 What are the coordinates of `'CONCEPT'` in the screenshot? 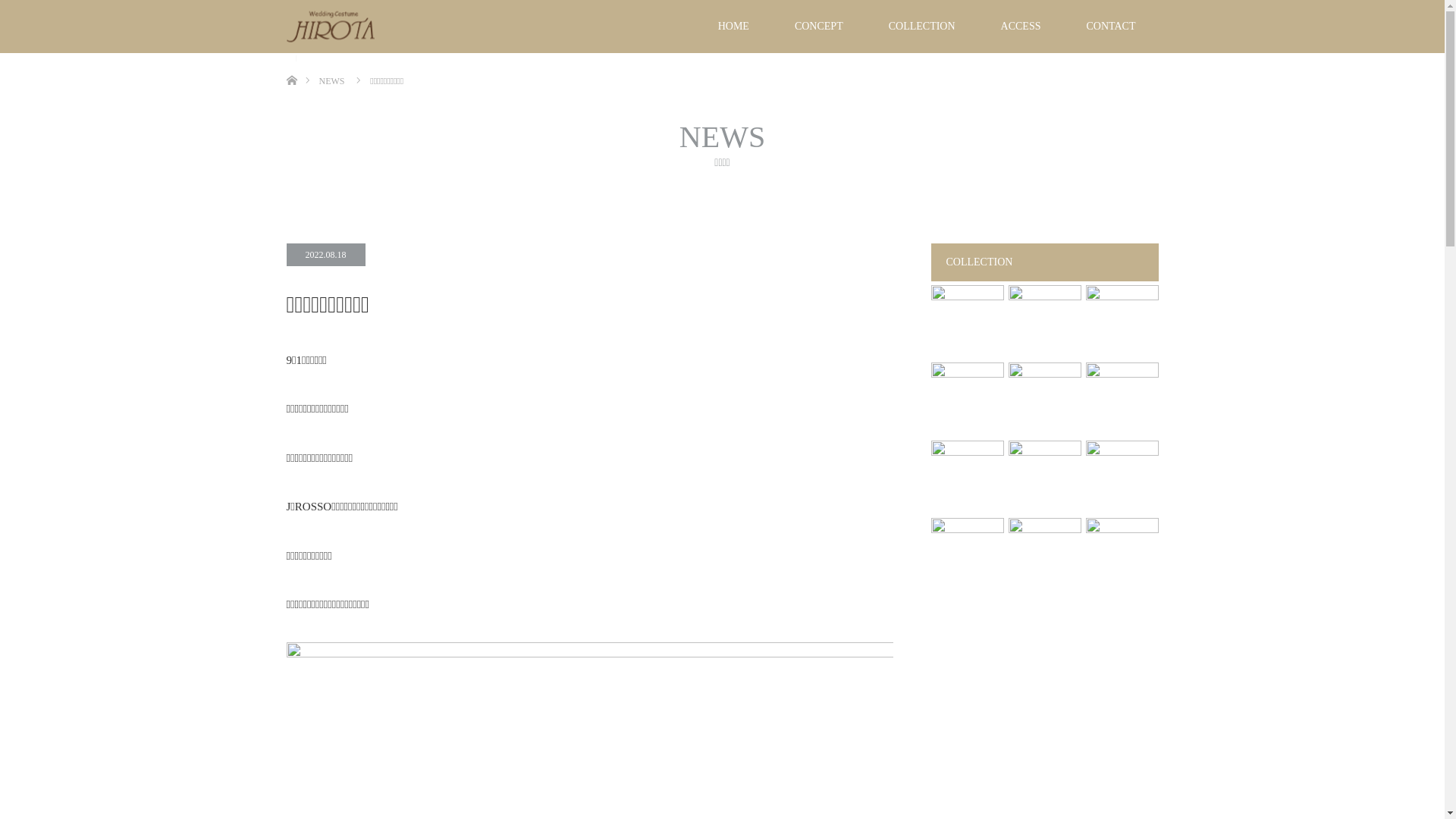 It's located at (818, 26).